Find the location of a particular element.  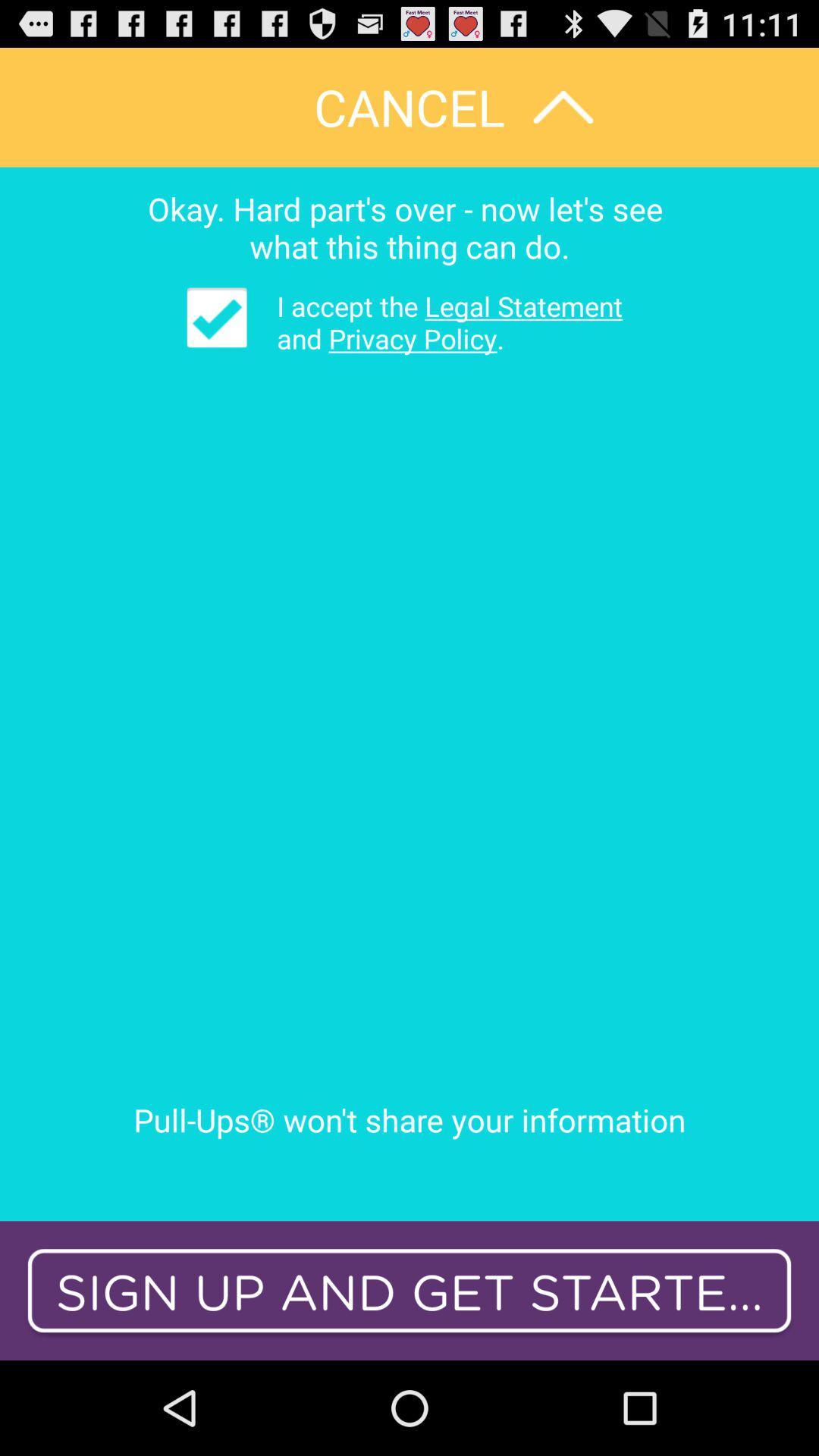

the check icon is located at coordinates (217, 339).